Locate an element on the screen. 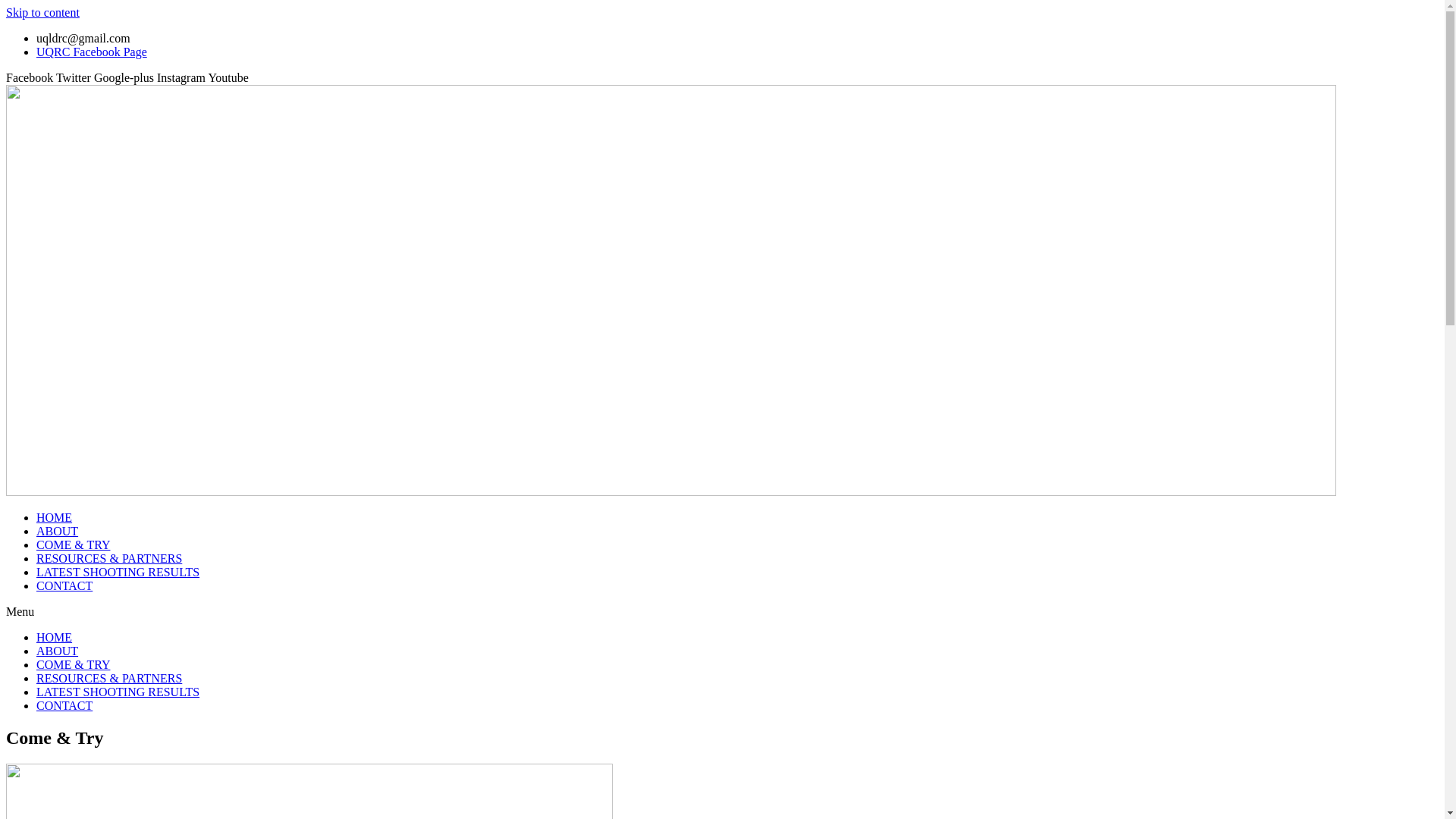 This screenshot has width=1456, height=819. 'HOME' is located at coordinates (54, 516).